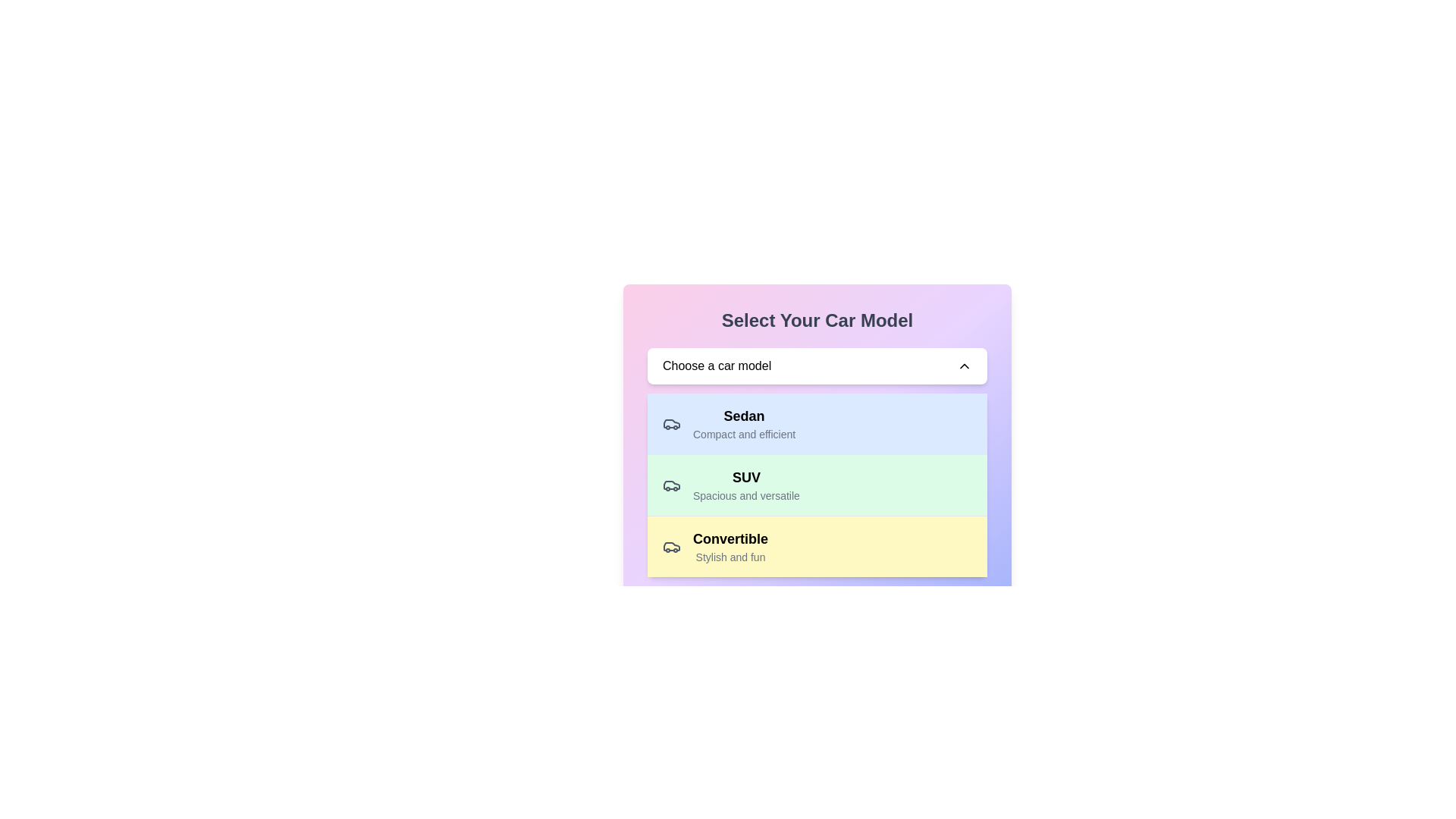 This screenshot has width=1456, height=819. I want to click on the dropdown menu for car model selection located beneath 'Select Your Car Model', so click(817, 366).